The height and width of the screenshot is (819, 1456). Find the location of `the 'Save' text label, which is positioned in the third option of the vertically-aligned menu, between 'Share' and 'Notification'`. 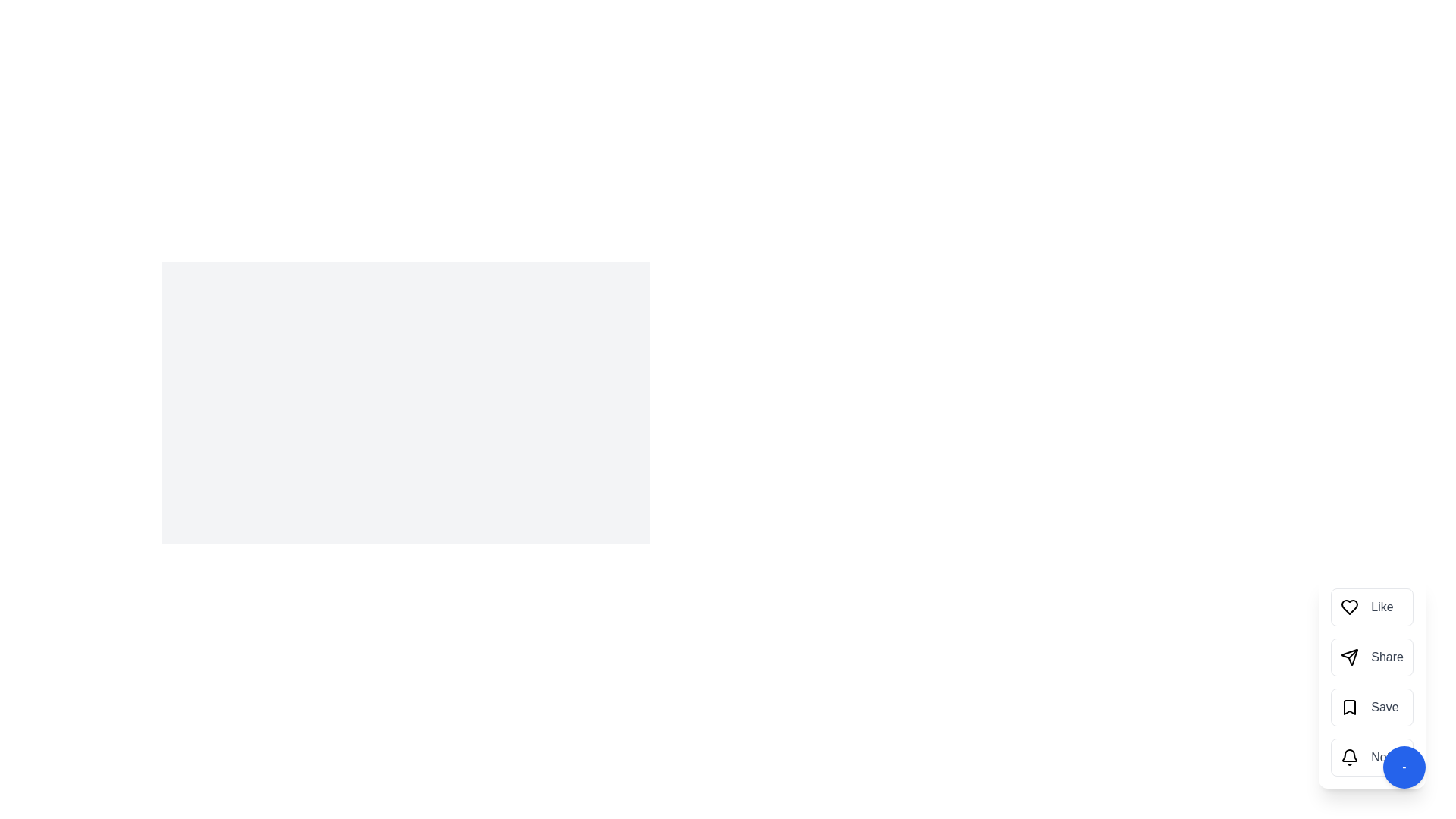

the 'Save' text label, which is positioned in the third option of the vertically-aligned menu, between 'Share' and 'Notification' is located at coordinates (1385, 708).